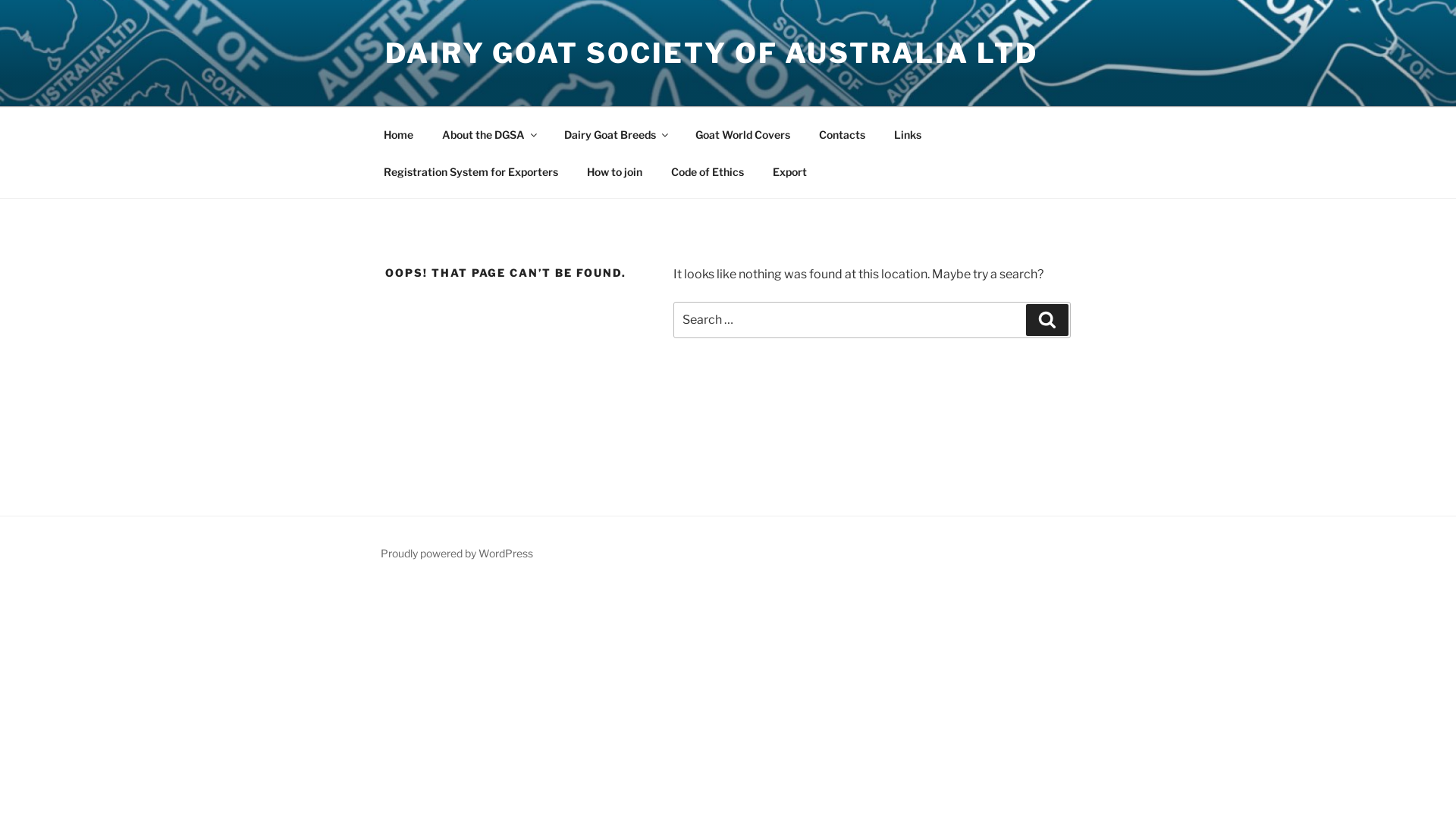 The height and width of the screenshot is (819, 1456). I want to click on 'Proudly powered by WordPress', so click(381, 553).